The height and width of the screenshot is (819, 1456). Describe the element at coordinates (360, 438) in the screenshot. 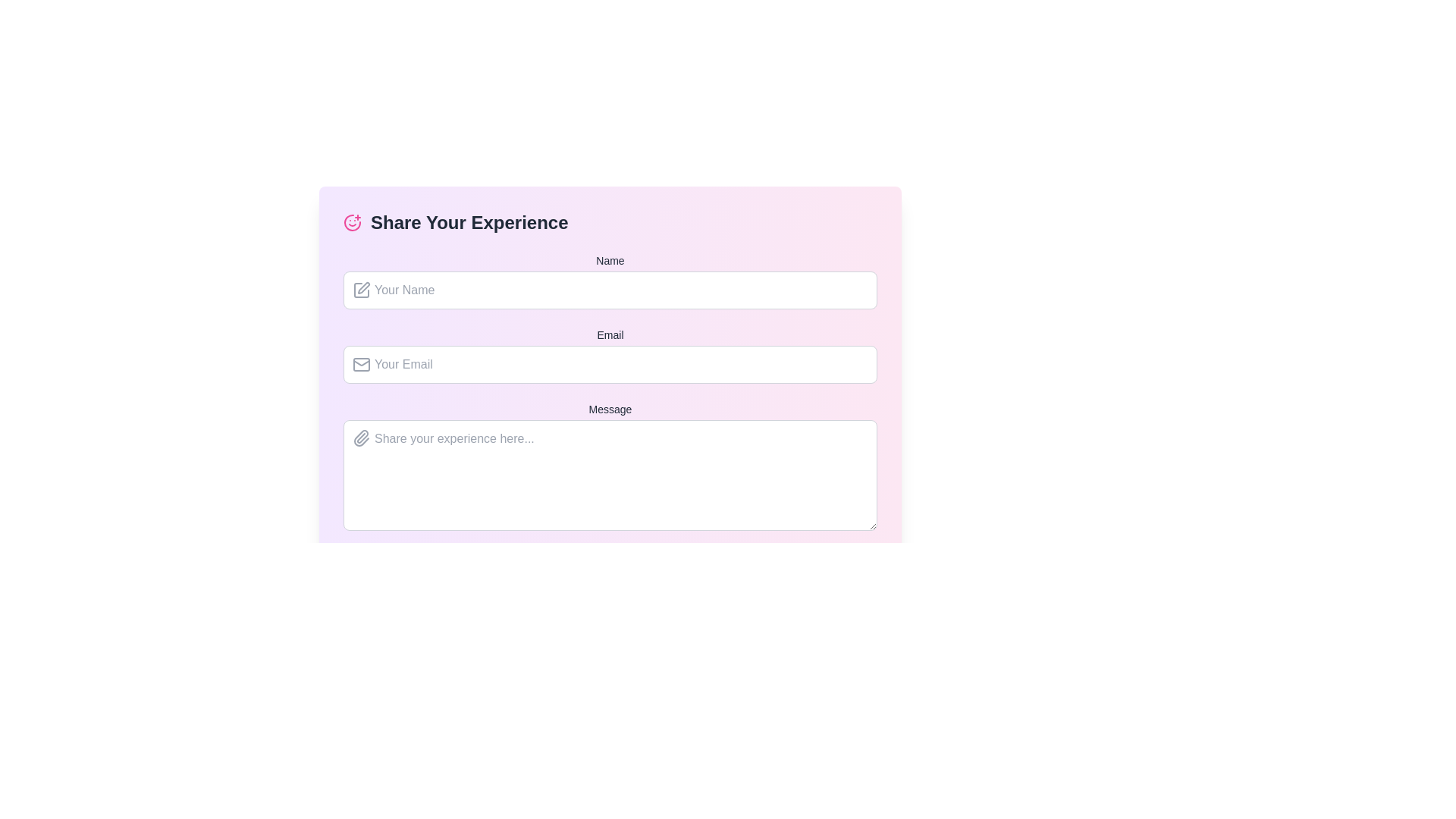

I see `the file attachment icon located within the 'Message' input field, positioned at the top-left corner of the text box` at that location.